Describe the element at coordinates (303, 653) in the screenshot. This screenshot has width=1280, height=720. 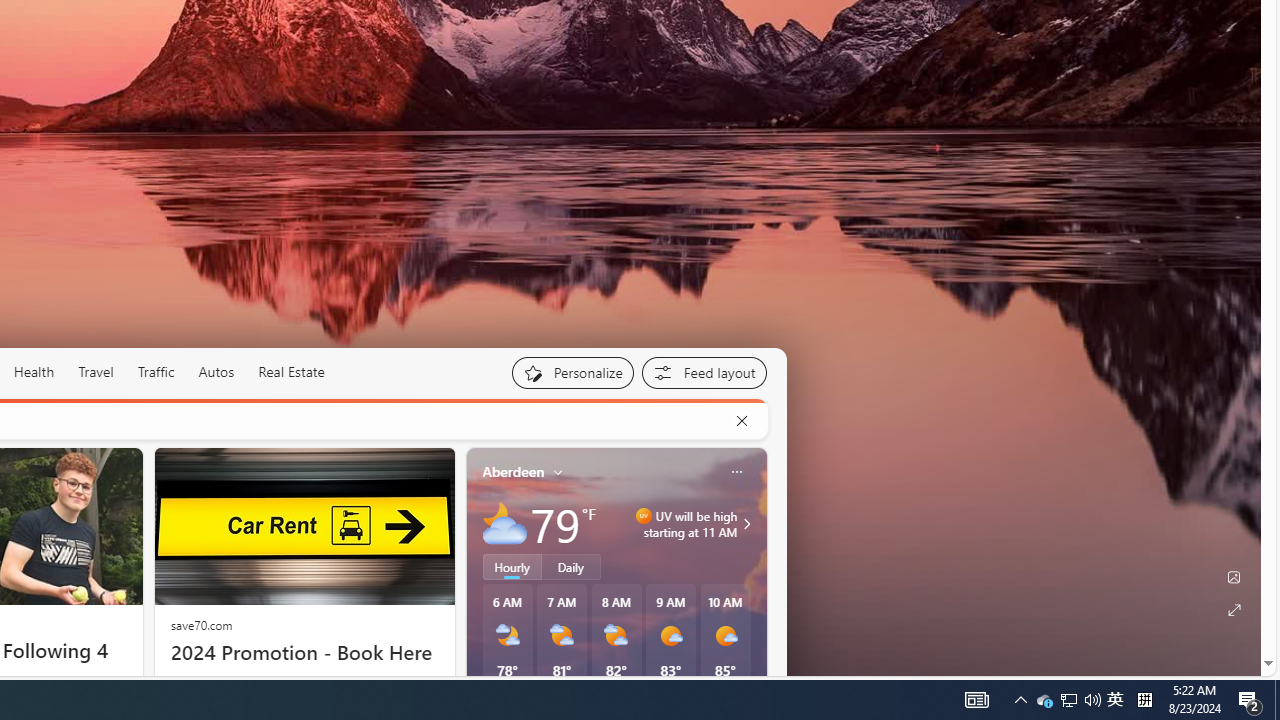
I see `'2024 Promotion - Book Here'` at that location.